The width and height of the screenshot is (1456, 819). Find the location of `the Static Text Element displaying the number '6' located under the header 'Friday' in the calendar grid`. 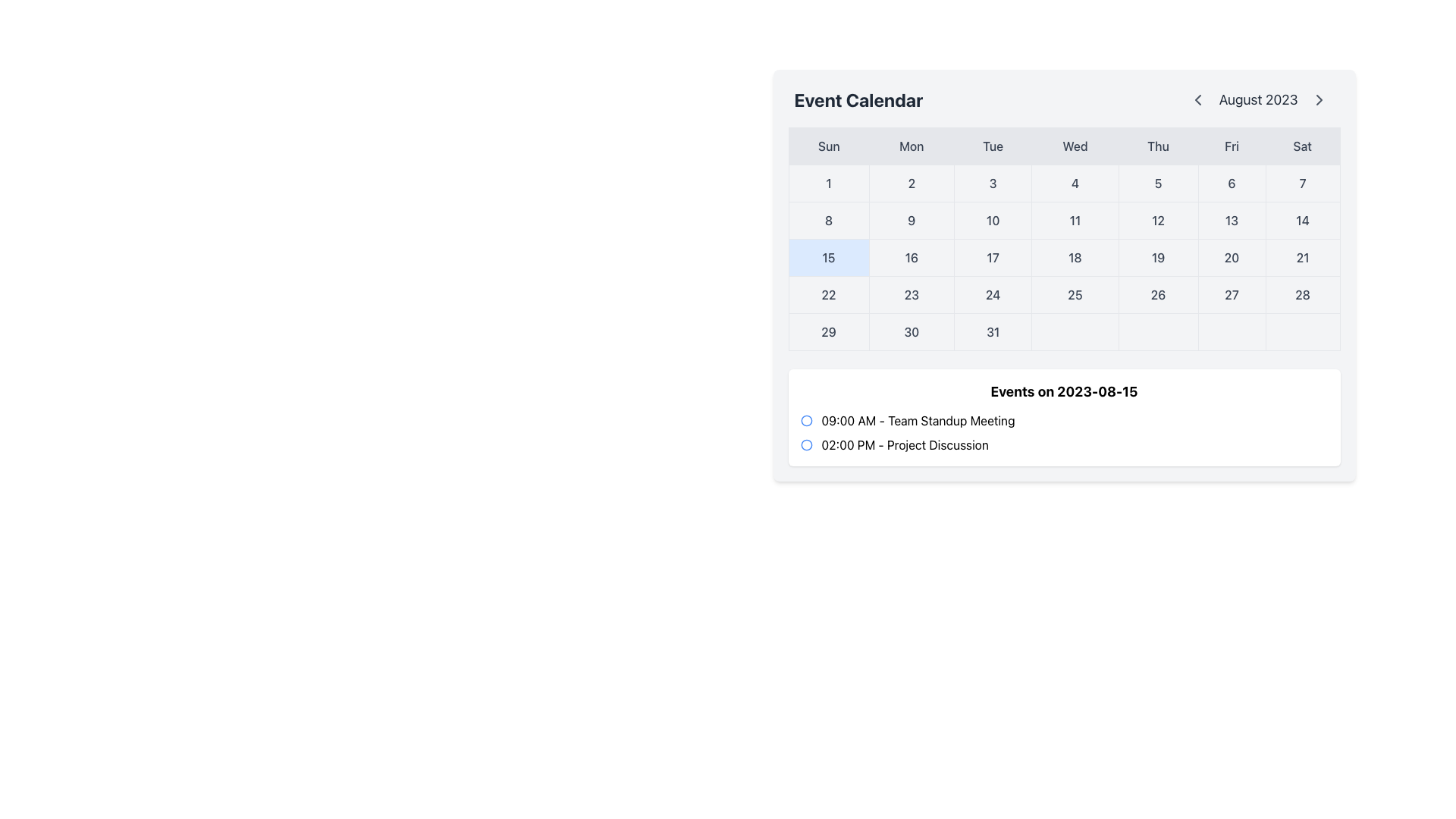

the Static Text Element displaying the number '6' located under the header 'Friday' in the calendar grid is located at coordinates (1232, 183).